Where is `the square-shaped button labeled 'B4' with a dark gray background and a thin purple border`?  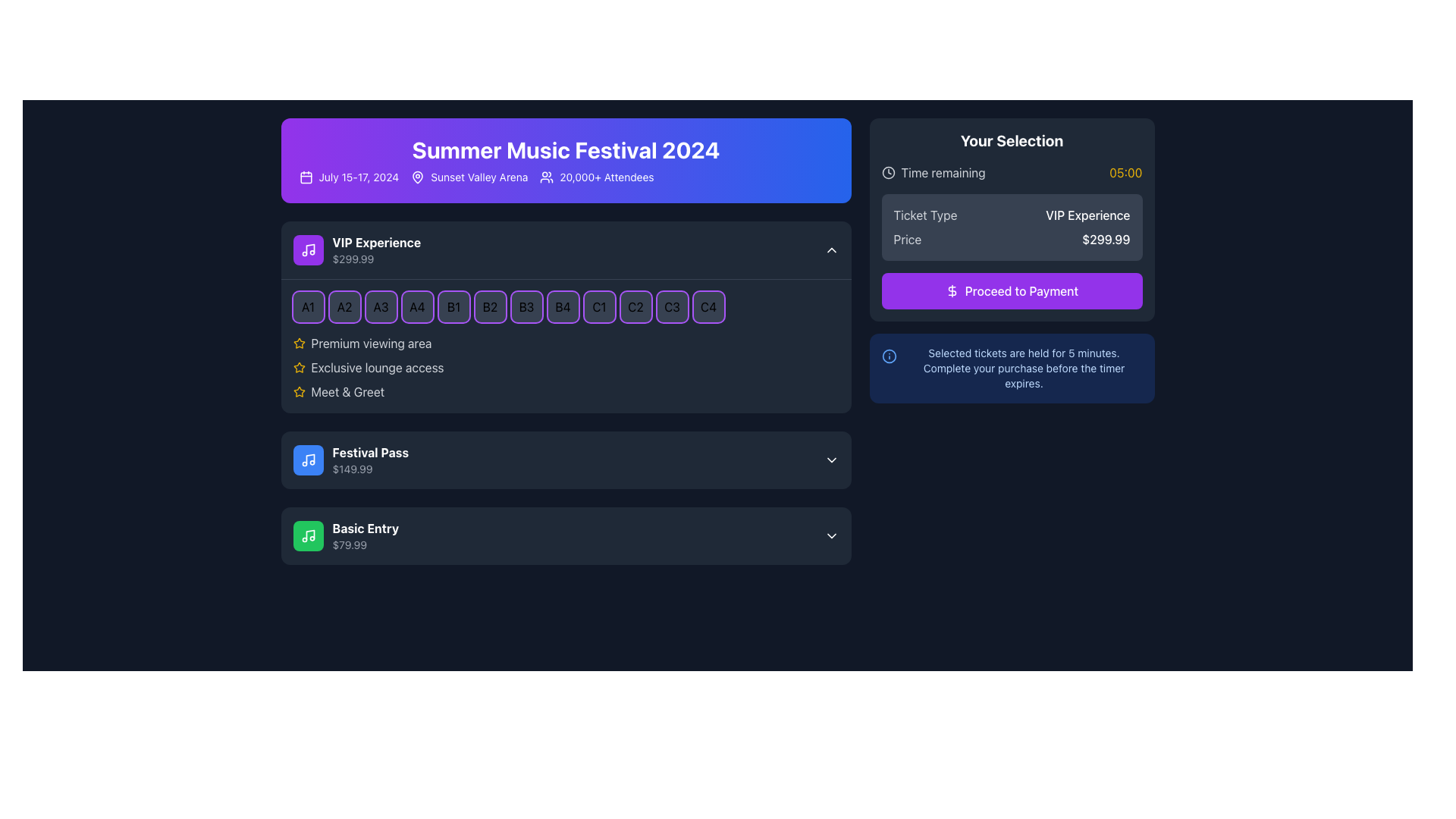
the square-shaped button labeled 'B4' with a dark gray background and a thin purple border is located at coordinates (562, 307).